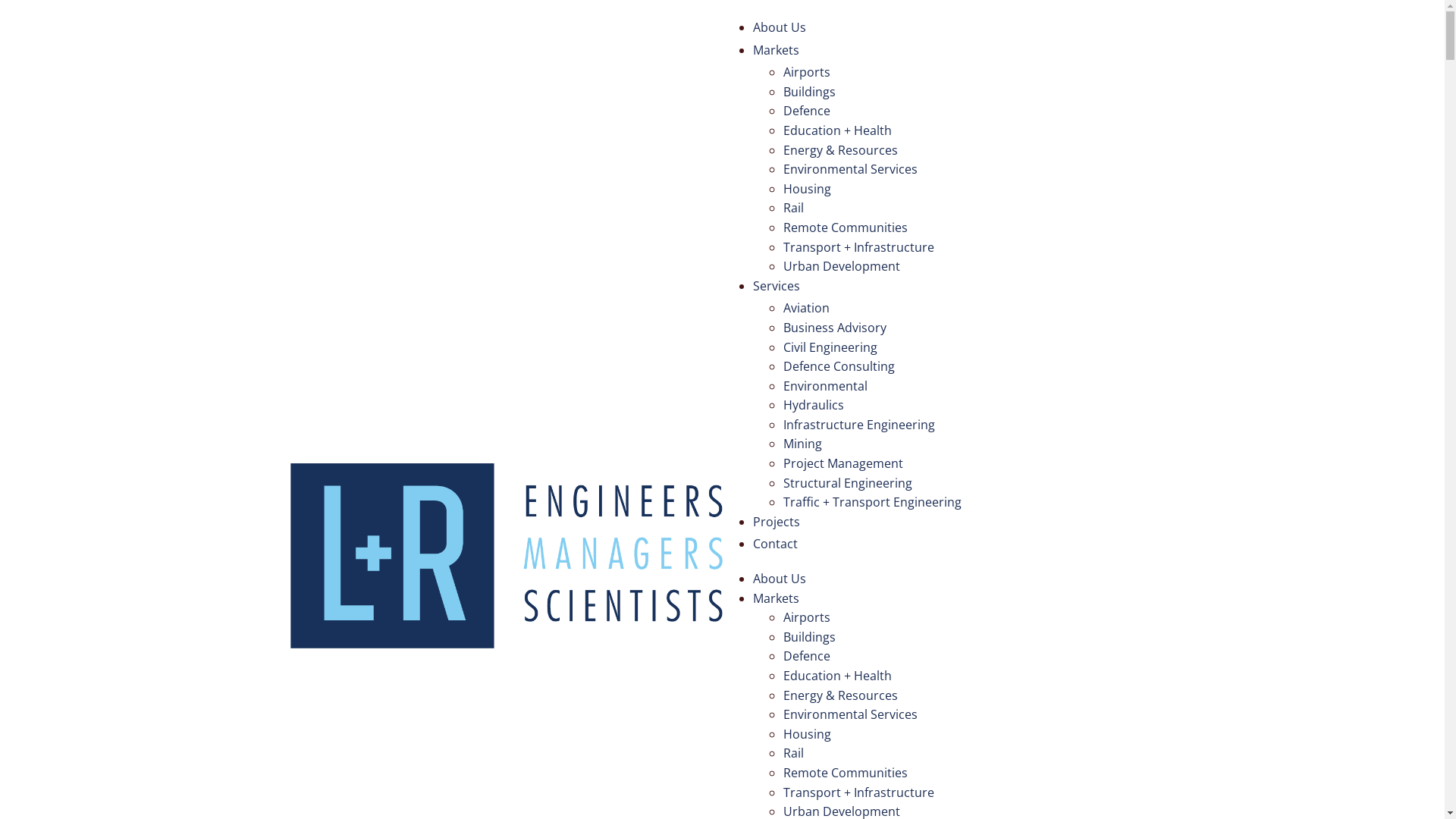 This screenshot has height=819, width=1456. What do you see at coordinates (849, 714) in the screenshot?
I see `'Environmental Services'` at bounding box center [849, 714].